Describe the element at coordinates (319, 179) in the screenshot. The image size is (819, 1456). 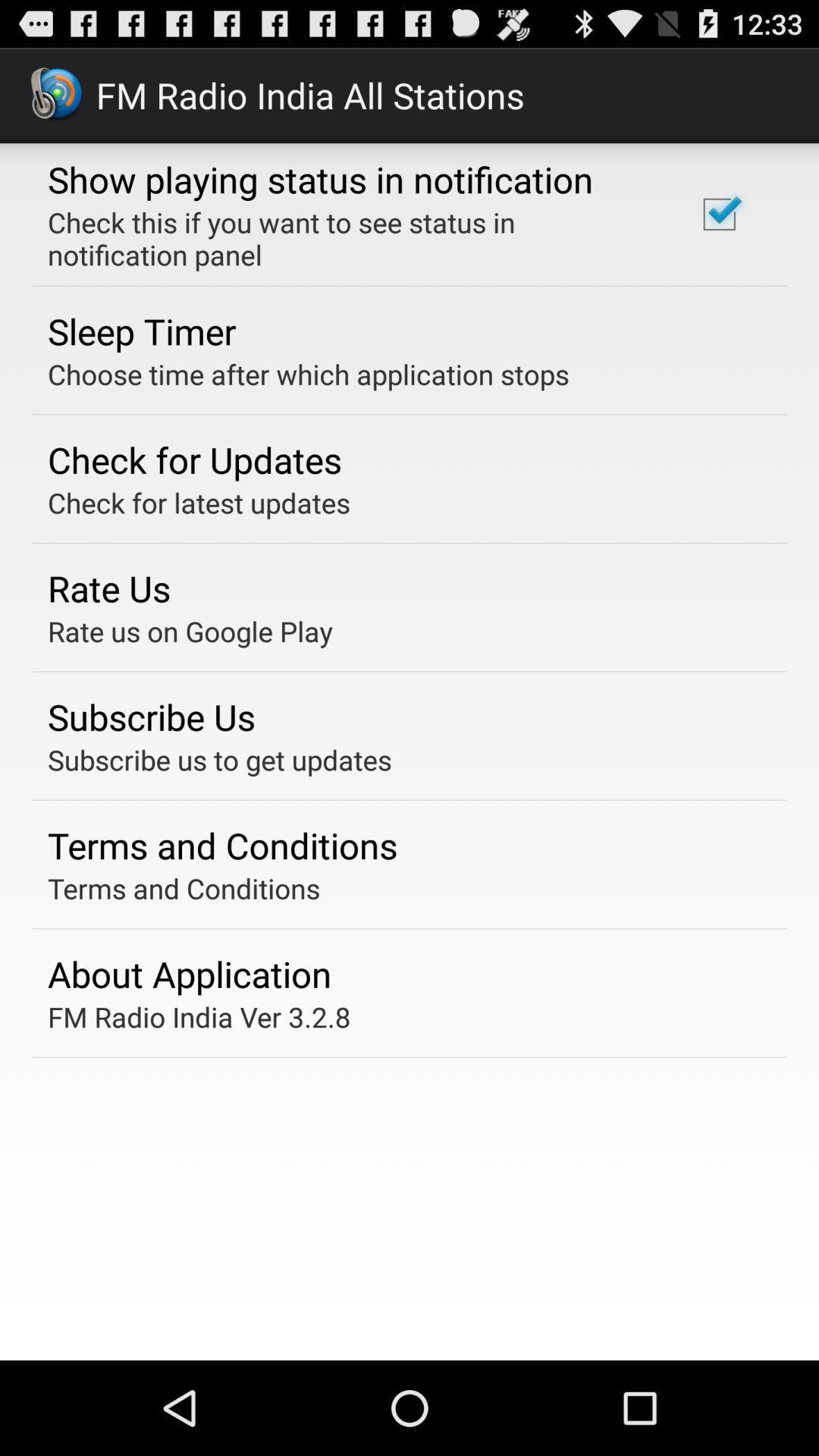
I see `the show playing status item` at that location.